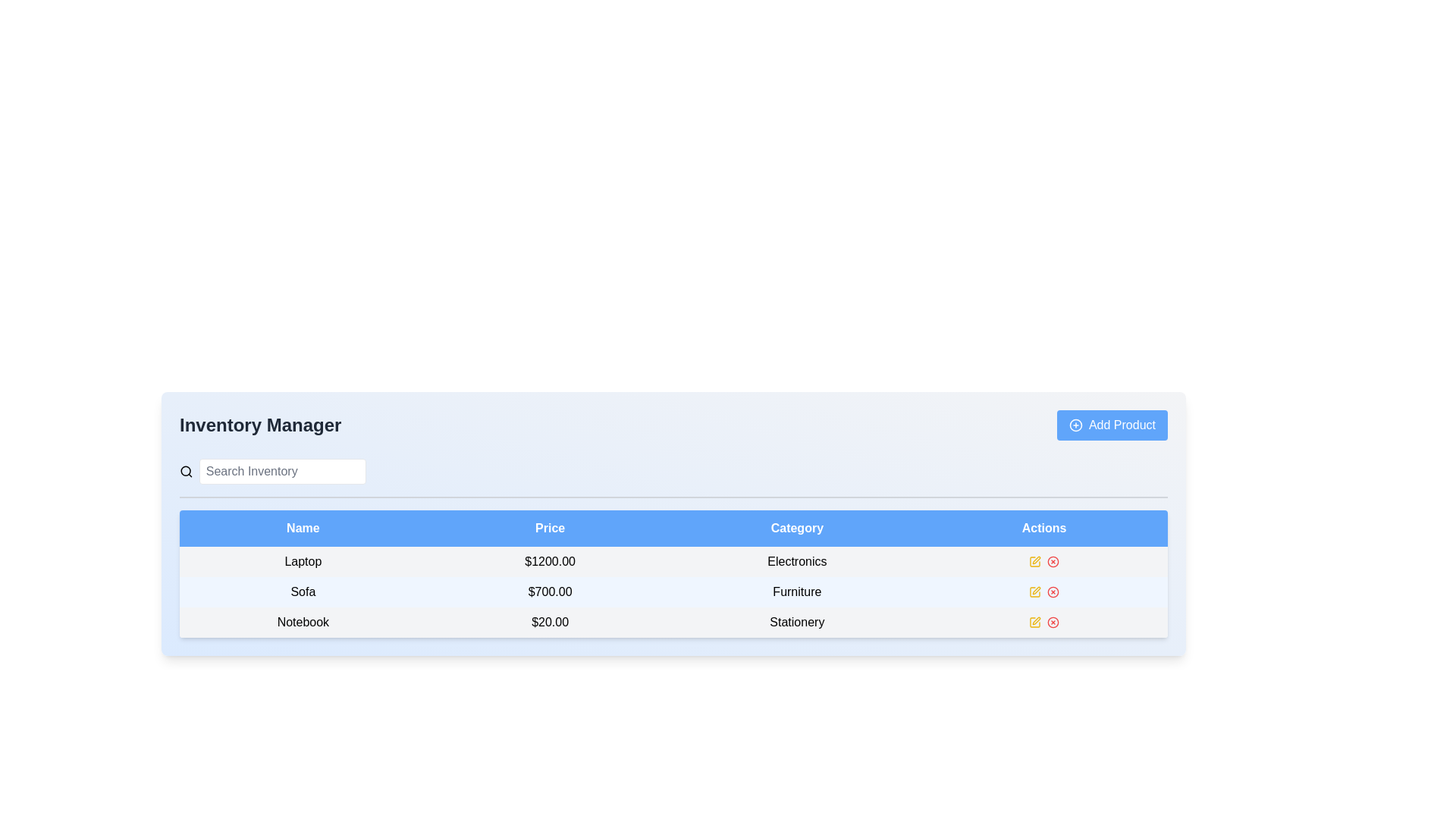 This screenshot has height=819, width=1456. What do you see at coordinates (1075, 425) in the screenshot?
I see `the circular part of the add icon located inside the 'Add Product' button at the top right corner of the interface` at bounding box center [1075, 425].